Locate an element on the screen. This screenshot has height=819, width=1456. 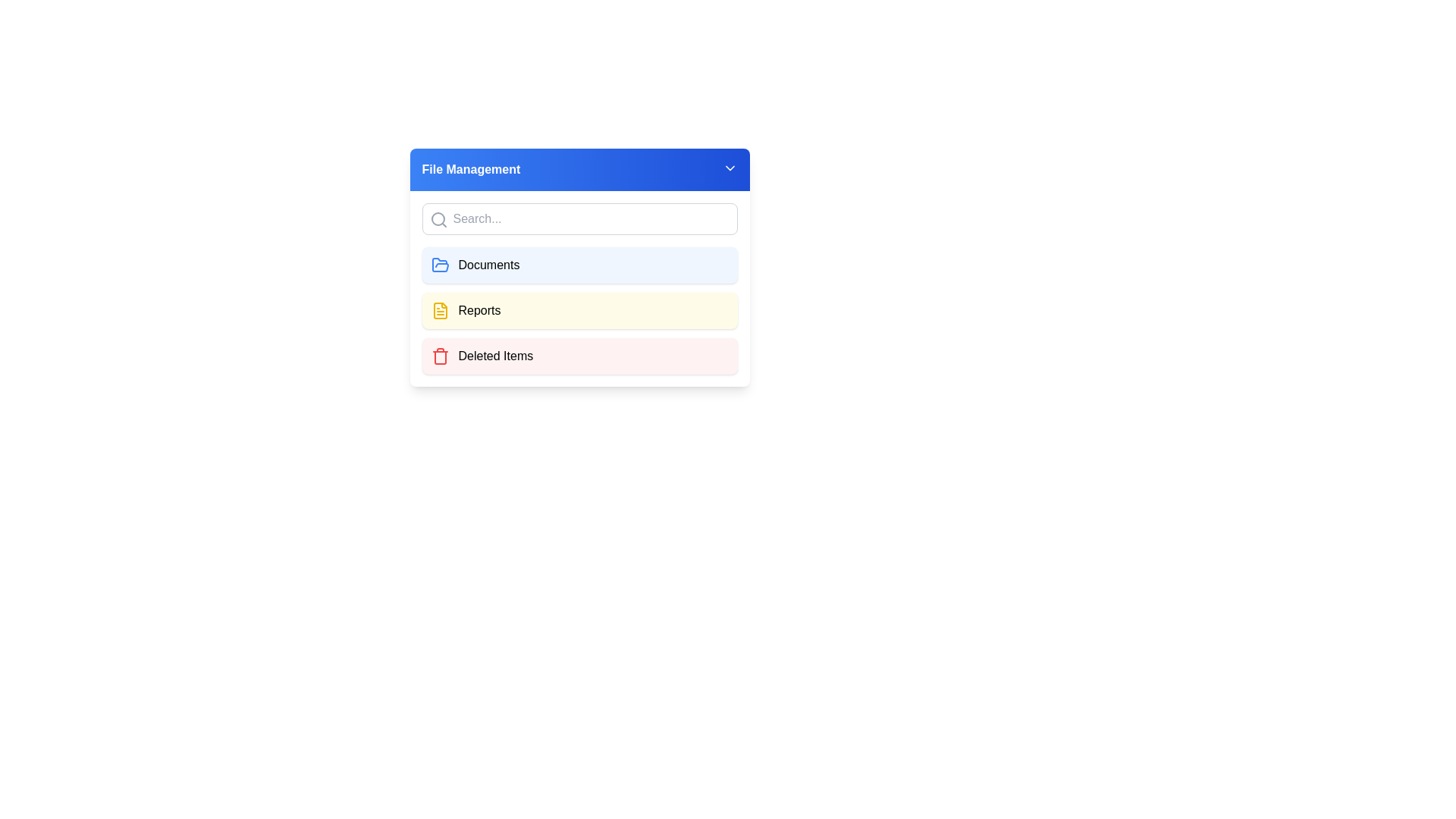
the 'Documents' button is located at coordinates (579, 265).